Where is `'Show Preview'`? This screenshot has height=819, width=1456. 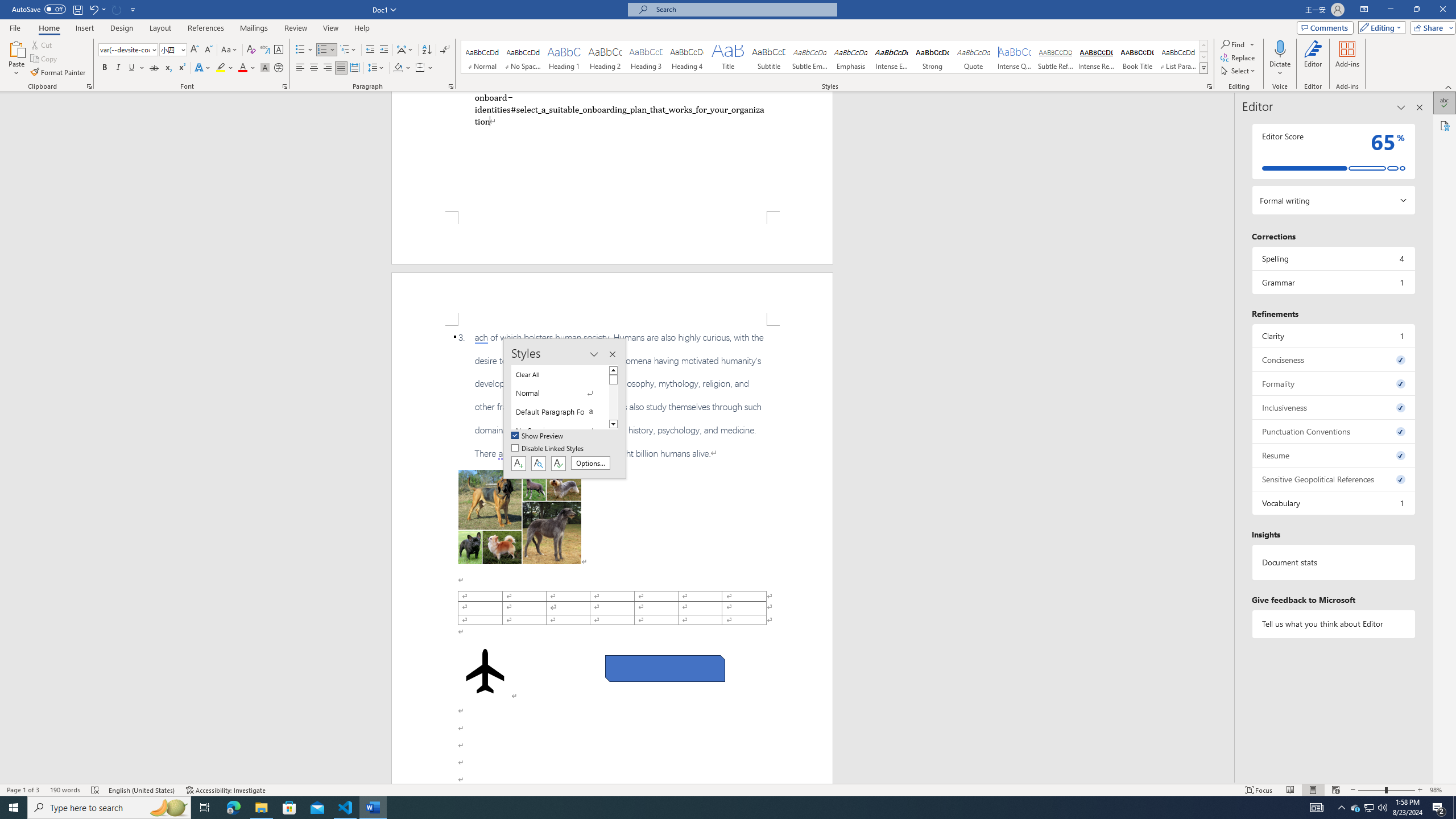
'Show Preview' is located at coordinates (537, 436).